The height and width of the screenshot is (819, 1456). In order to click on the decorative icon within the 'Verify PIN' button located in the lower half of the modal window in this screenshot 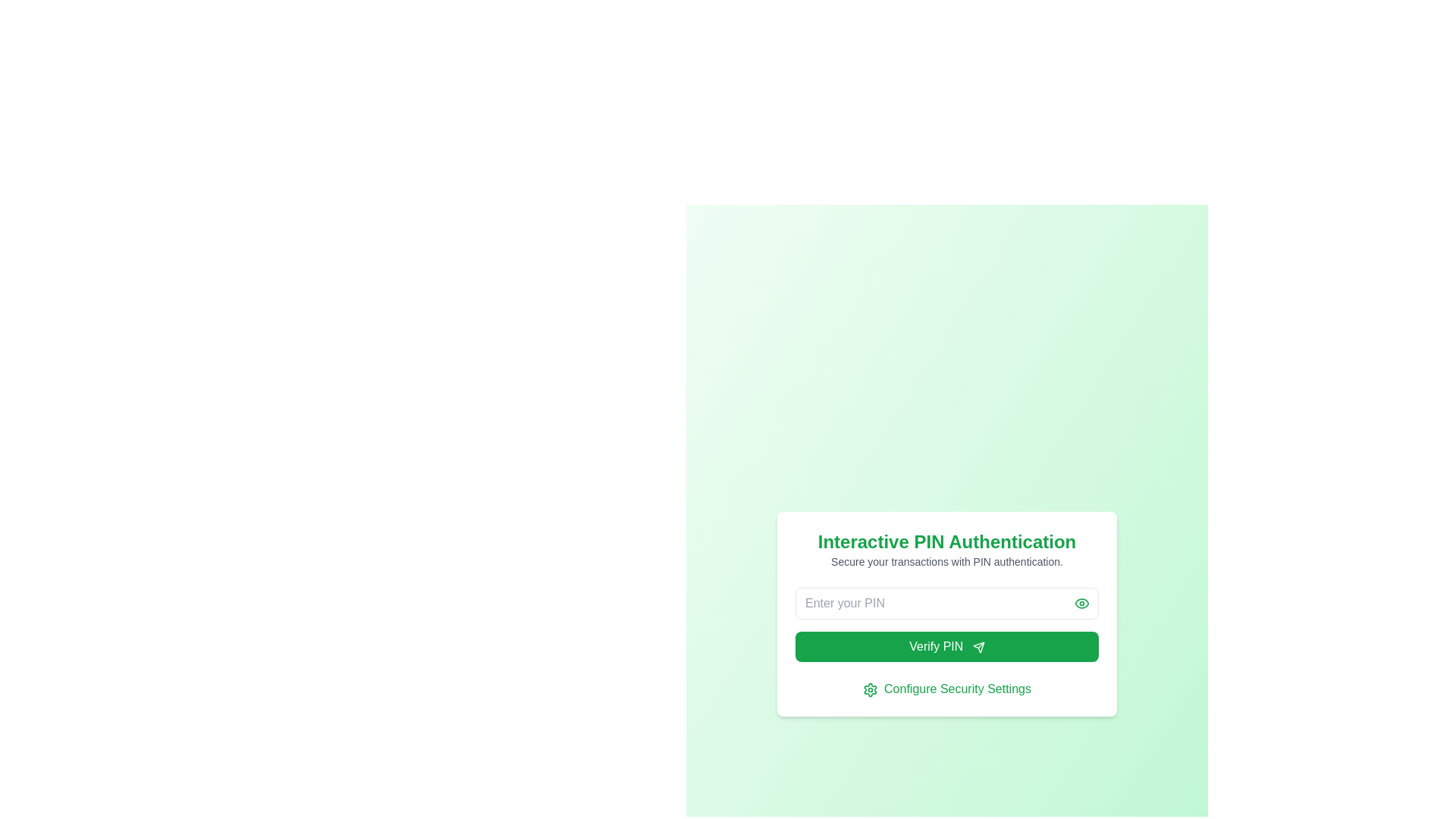, I will do `click(978, 647)`.